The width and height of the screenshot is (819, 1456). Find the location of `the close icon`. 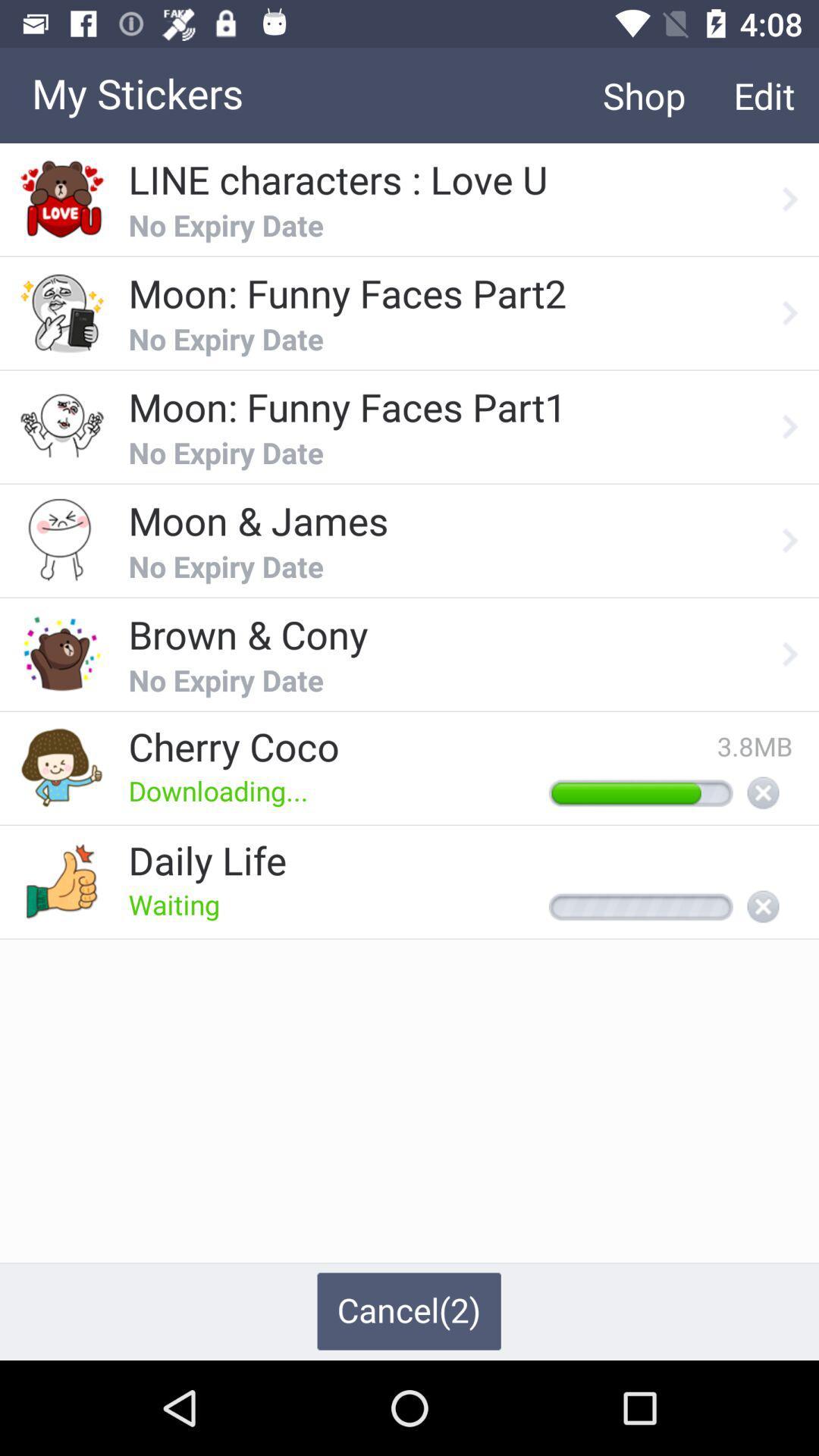

the close icon is located at coordinates (763, 793).